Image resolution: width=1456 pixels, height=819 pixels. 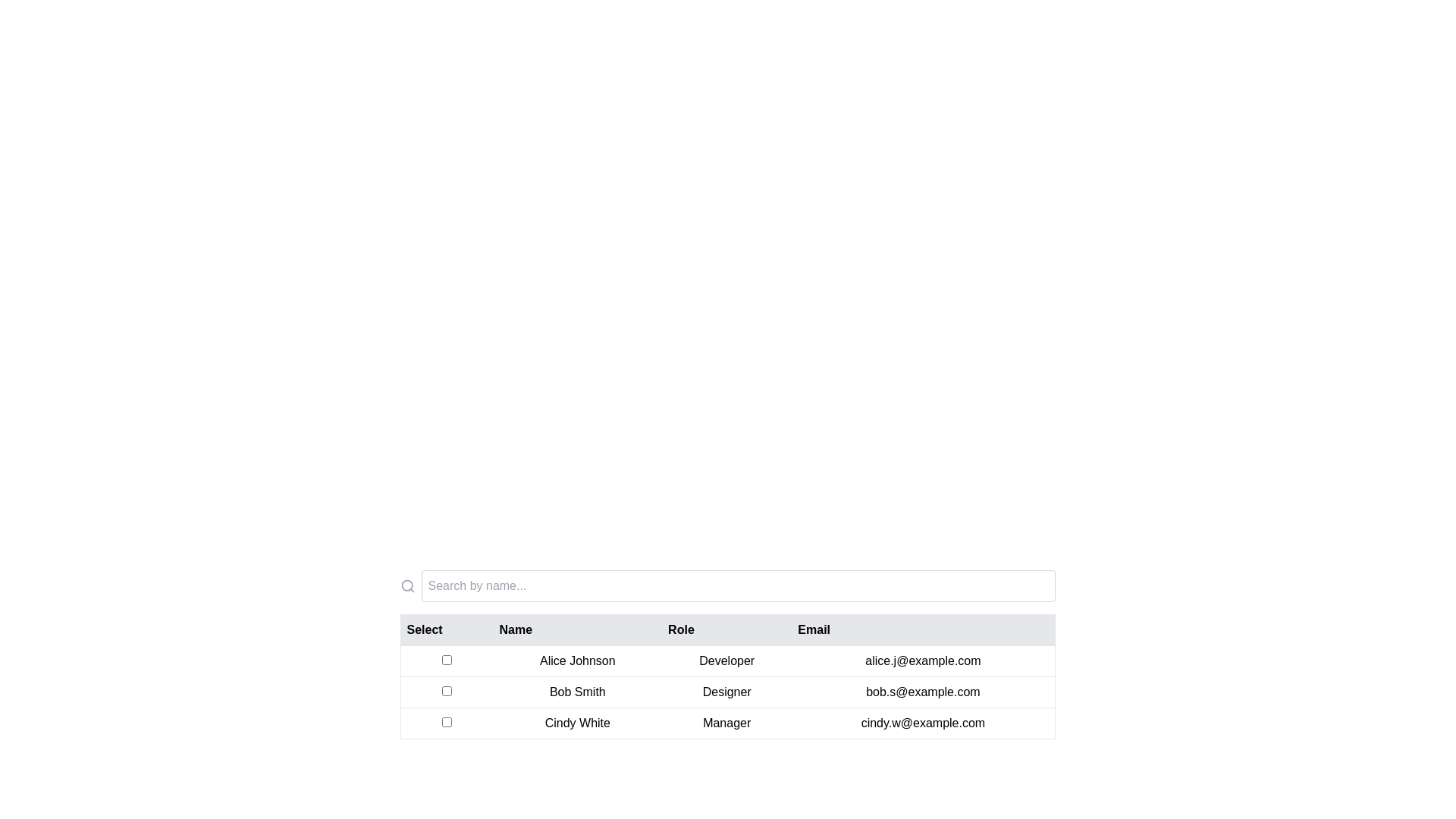 I want to click on the gray header bar of the table containing the column titles 'Select', 'Name', 'Role', and 'Email', so click(x=726, y=629).